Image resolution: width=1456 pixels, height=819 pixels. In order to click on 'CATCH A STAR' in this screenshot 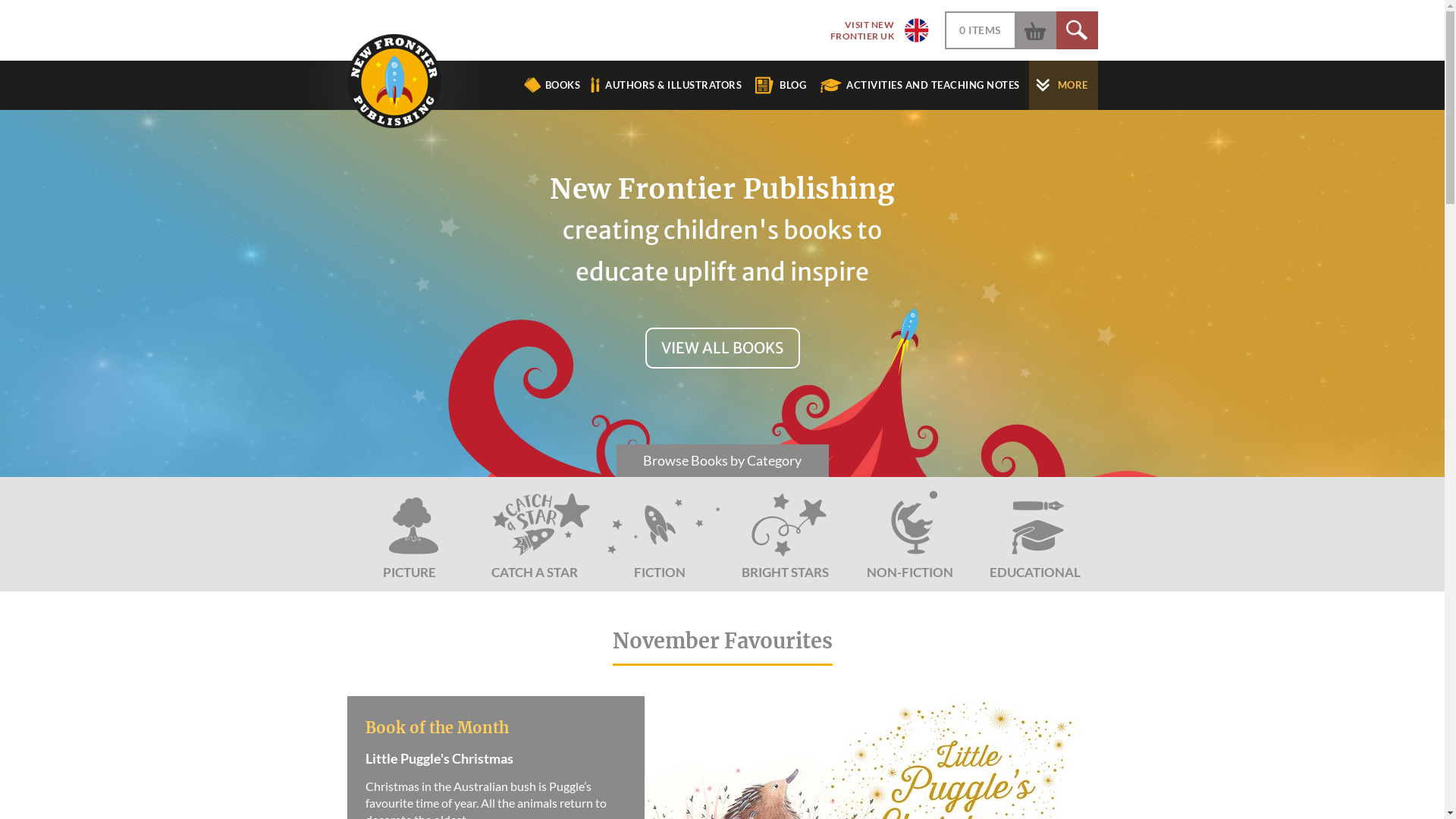, I will do `click(534, 533)`.